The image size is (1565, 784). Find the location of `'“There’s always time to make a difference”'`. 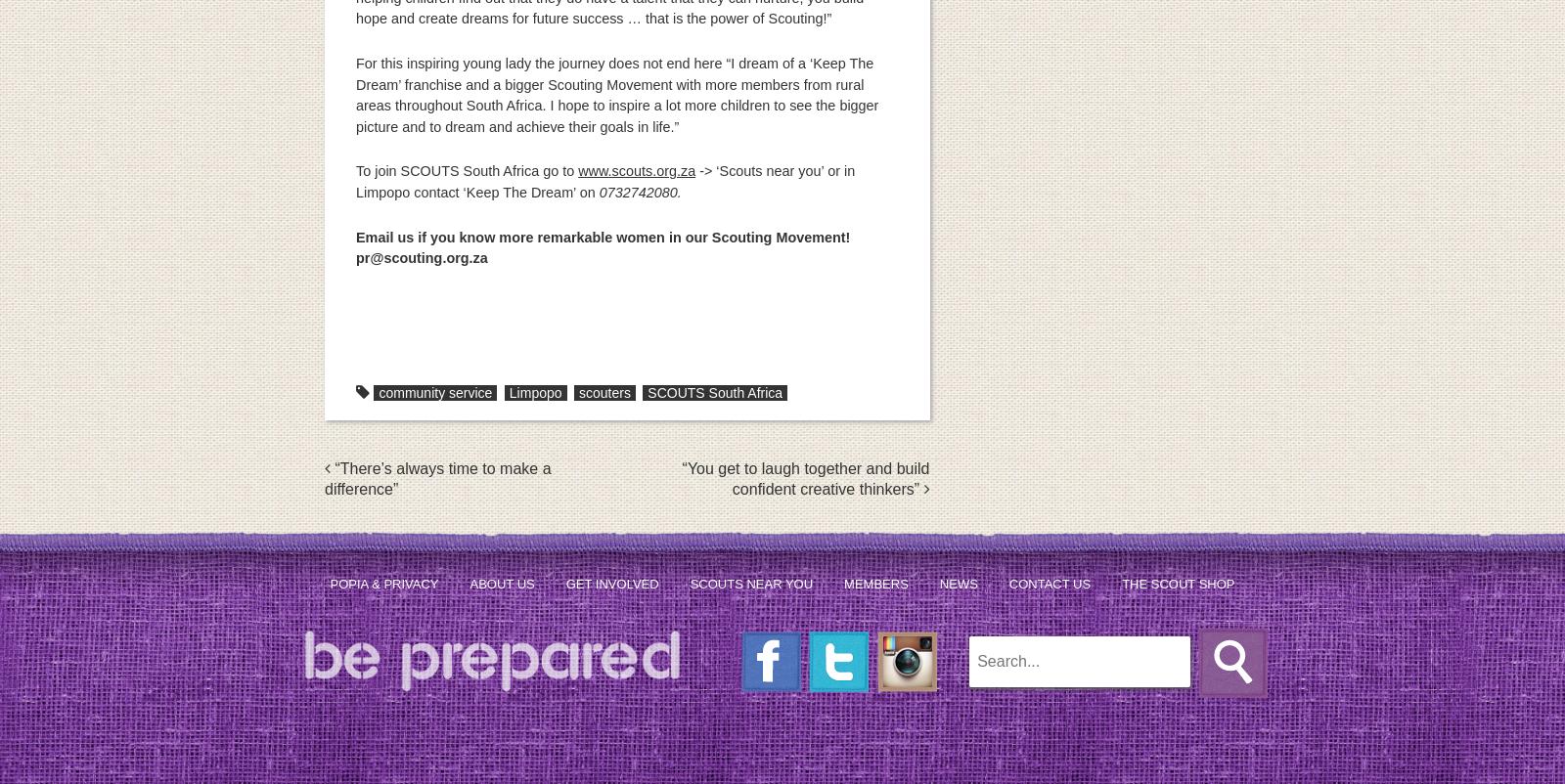

'“There’s always time to make a difference”' is located at coordinates (436, 479).